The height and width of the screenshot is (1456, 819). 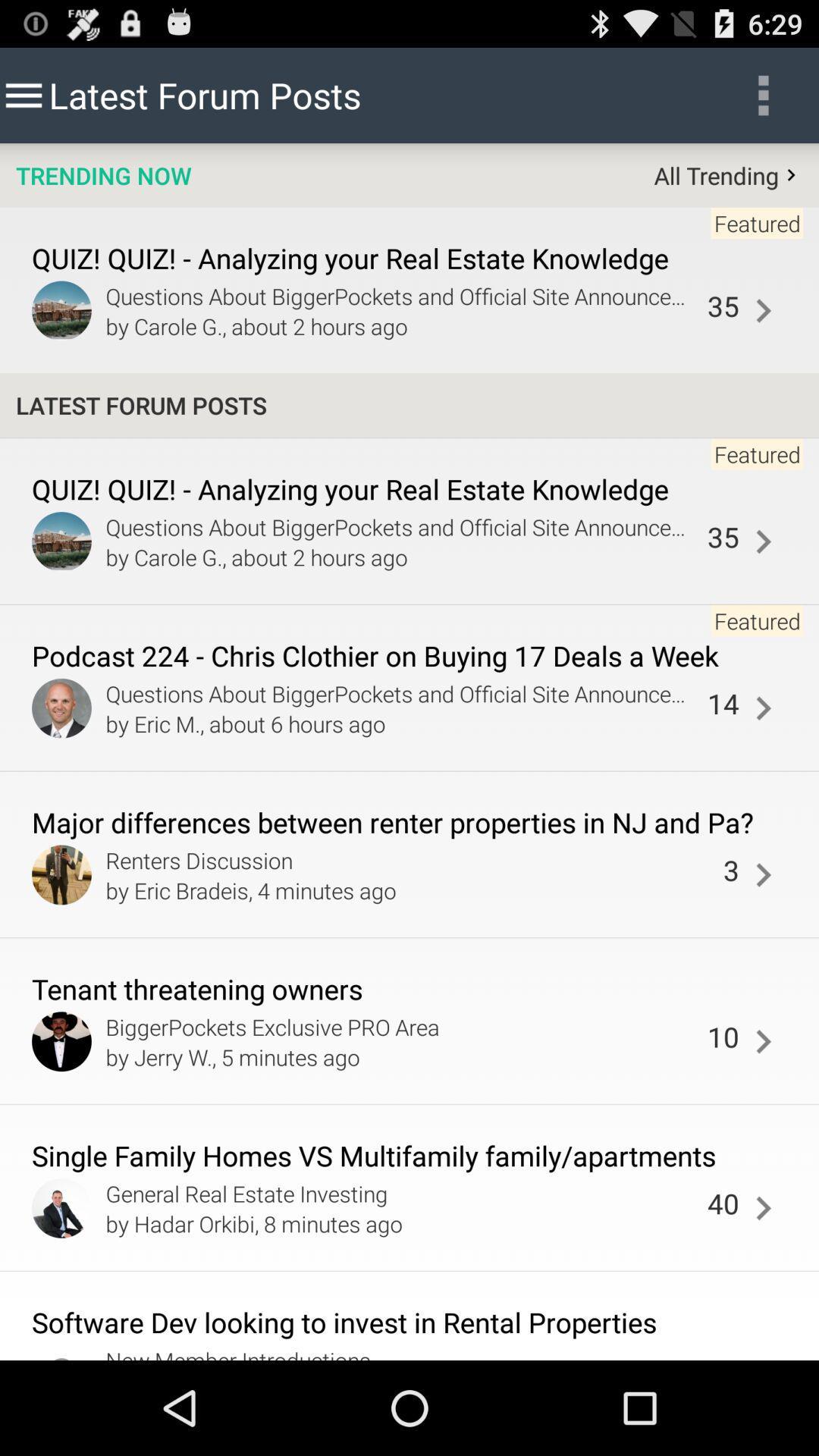 I want to click on the renters discussion, so click(x=410, y=860).